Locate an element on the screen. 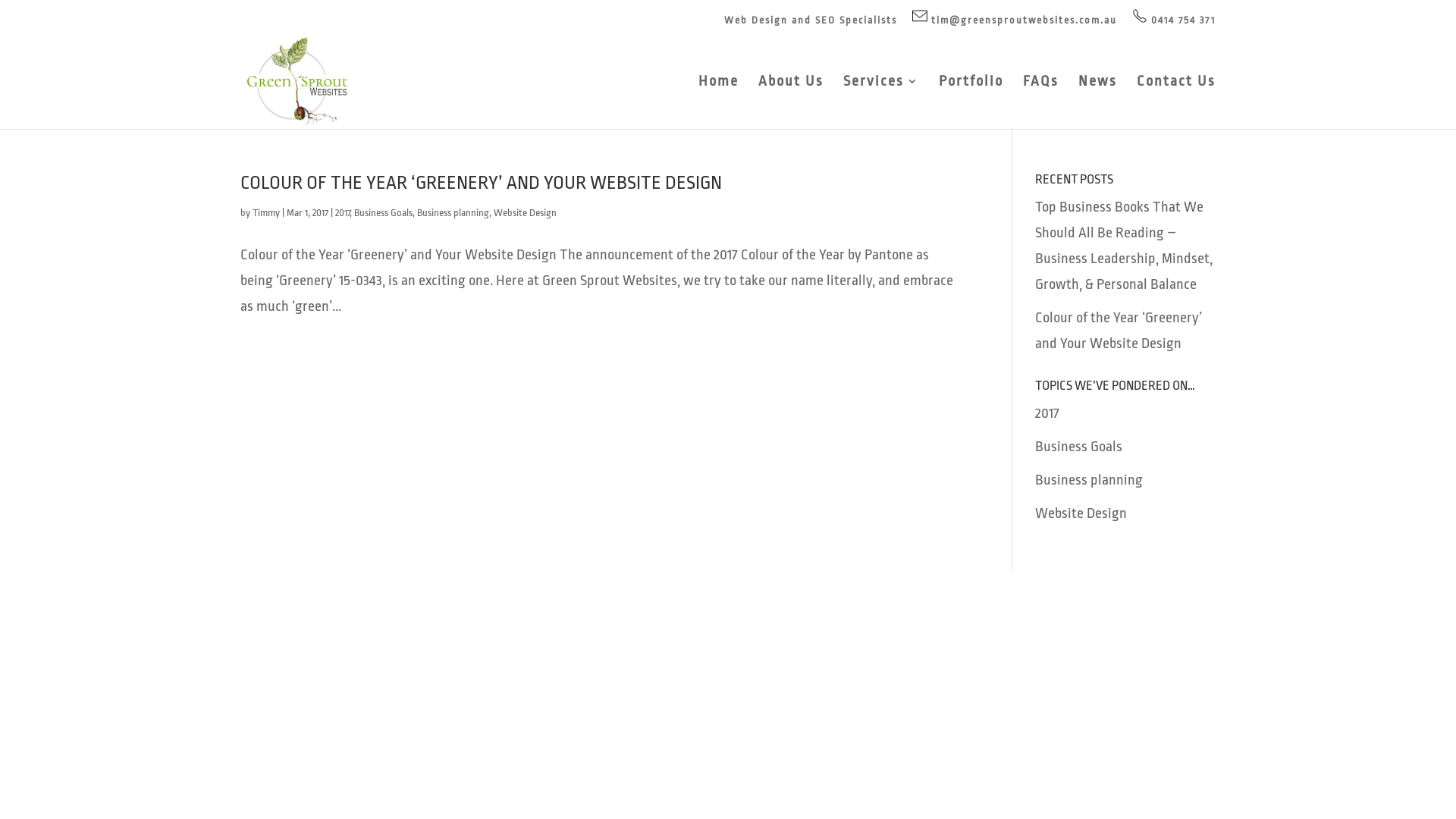 This screenshot has width=1456, height=819. 'Portfolio' is located at coordinates (938, 102).